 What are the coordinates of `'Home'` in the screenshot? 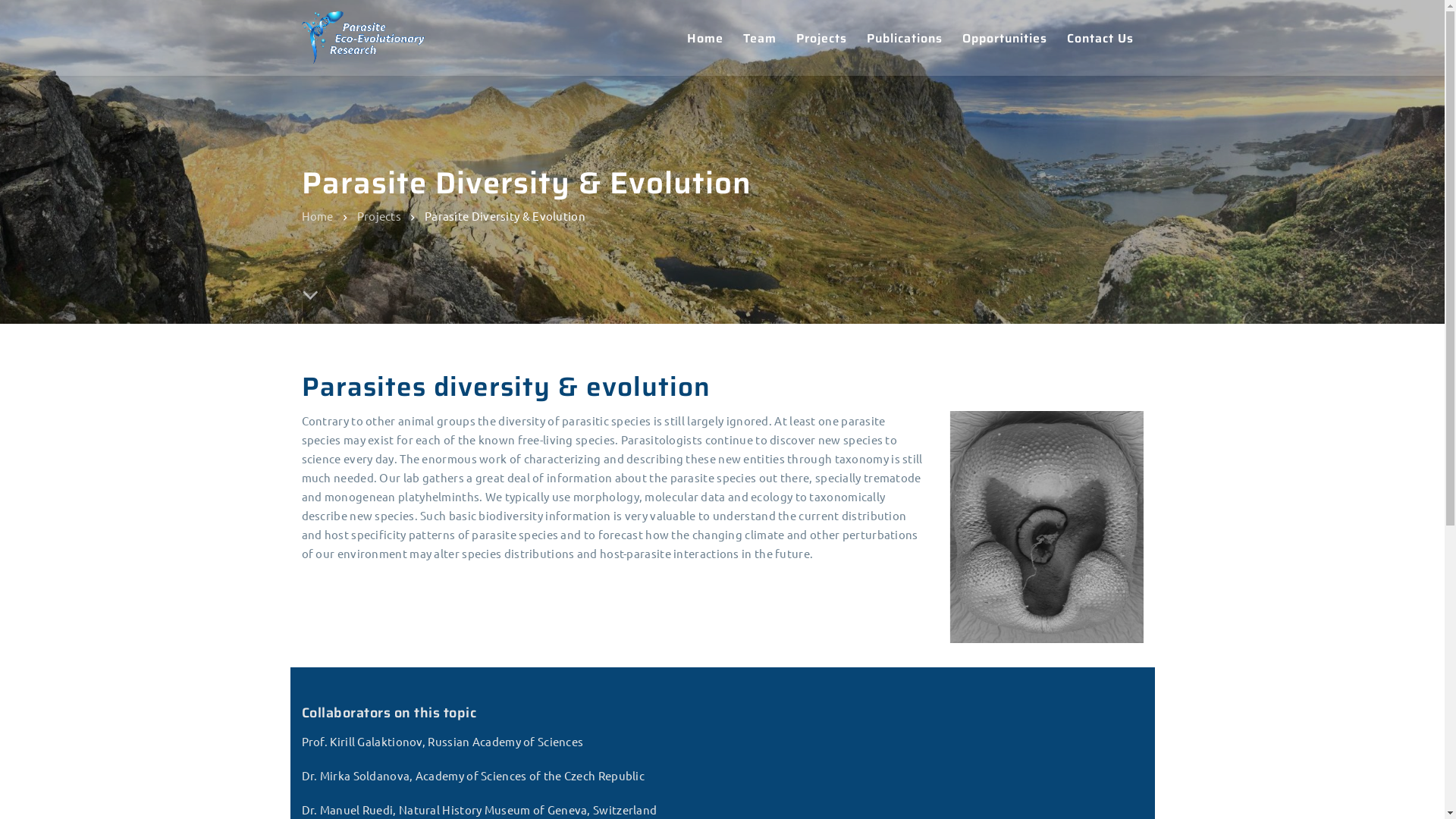 It's located at (704, 37).